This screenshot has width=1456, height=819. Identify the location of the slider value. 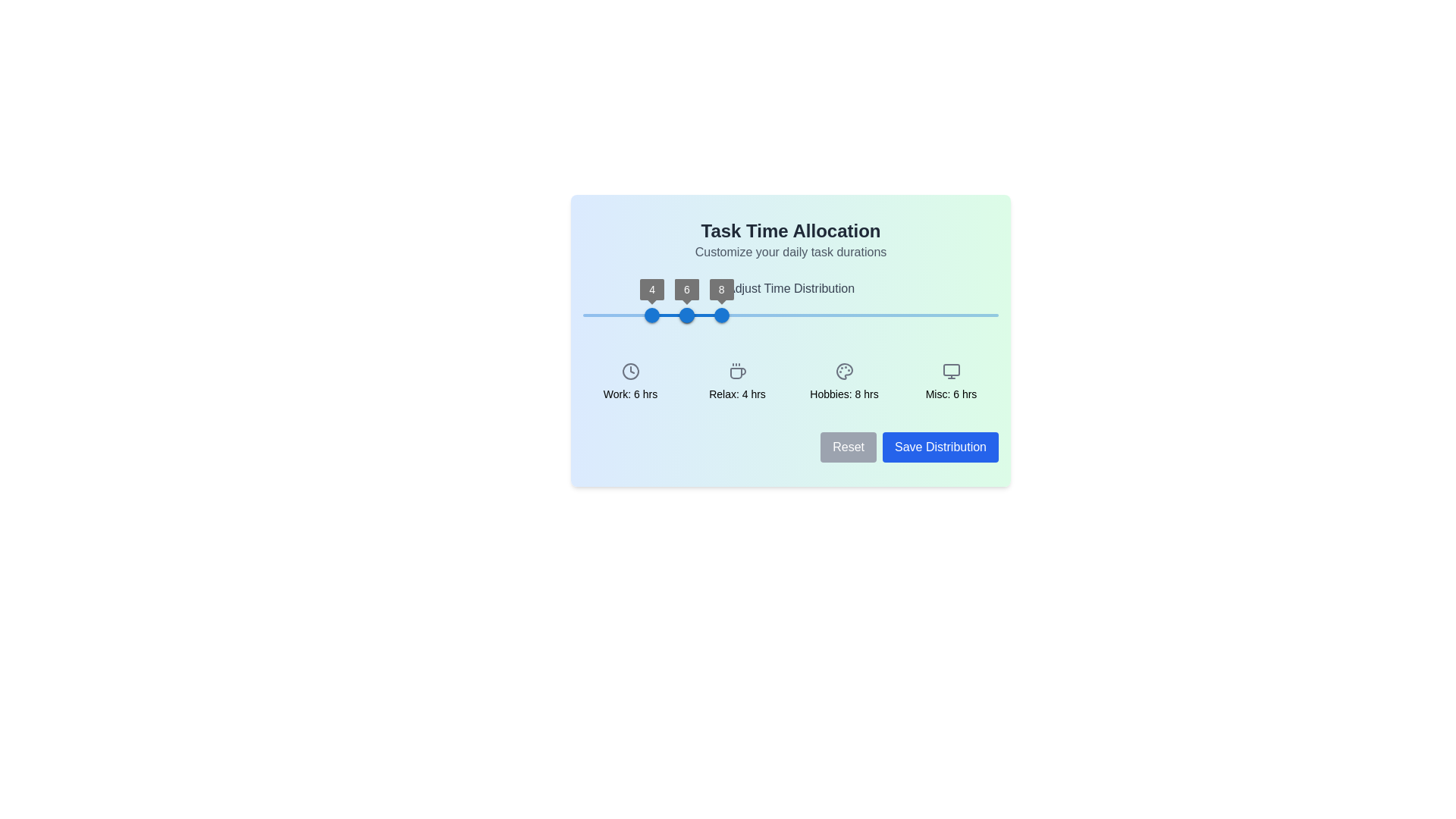
(839, 315).